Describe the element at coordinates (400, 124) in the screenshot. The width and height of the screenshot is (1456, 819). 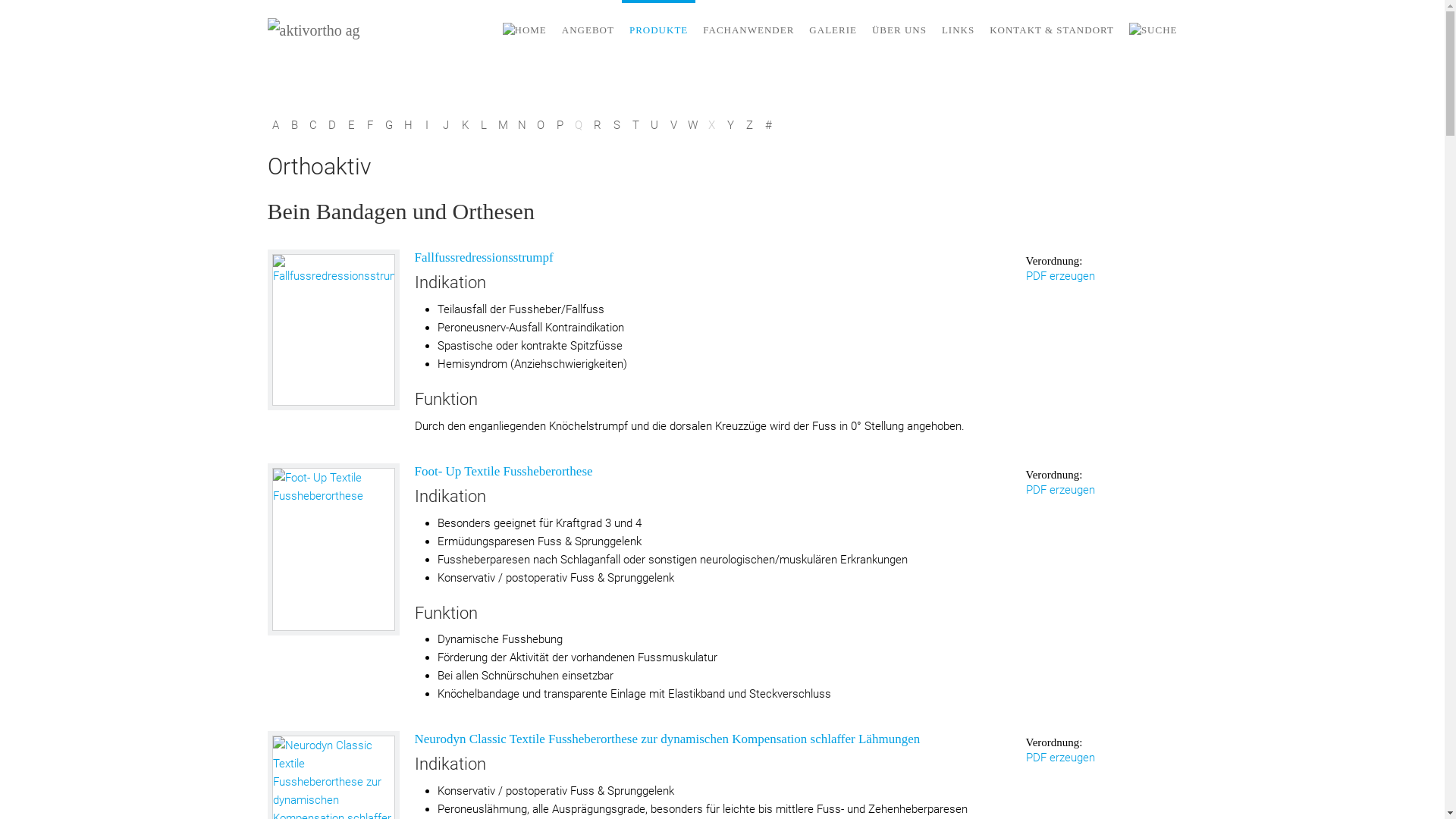
I see `'H'` at that location.